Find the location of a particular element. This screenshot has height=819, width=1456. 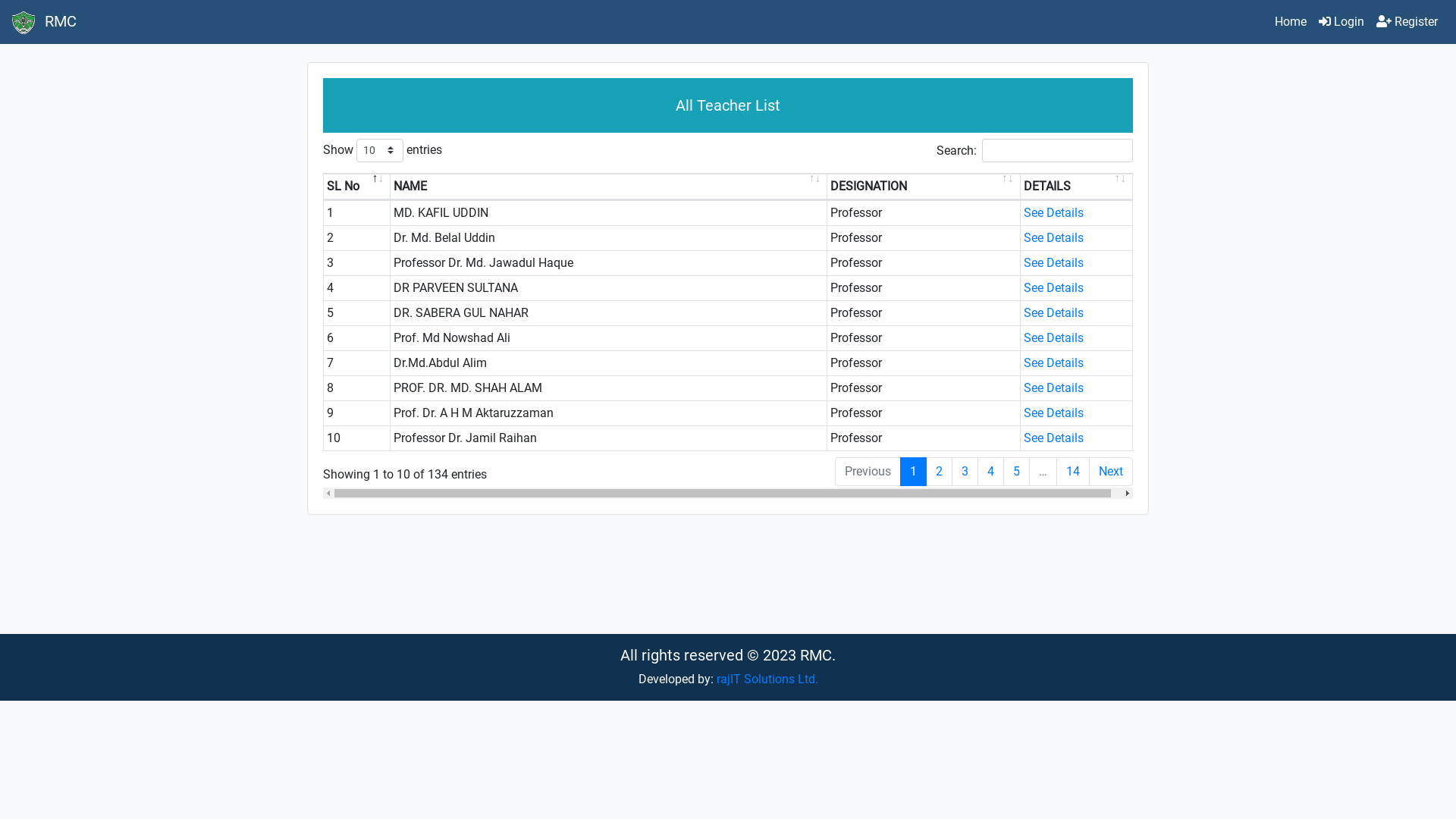

'Register' is located at coordinates (1370, 22).